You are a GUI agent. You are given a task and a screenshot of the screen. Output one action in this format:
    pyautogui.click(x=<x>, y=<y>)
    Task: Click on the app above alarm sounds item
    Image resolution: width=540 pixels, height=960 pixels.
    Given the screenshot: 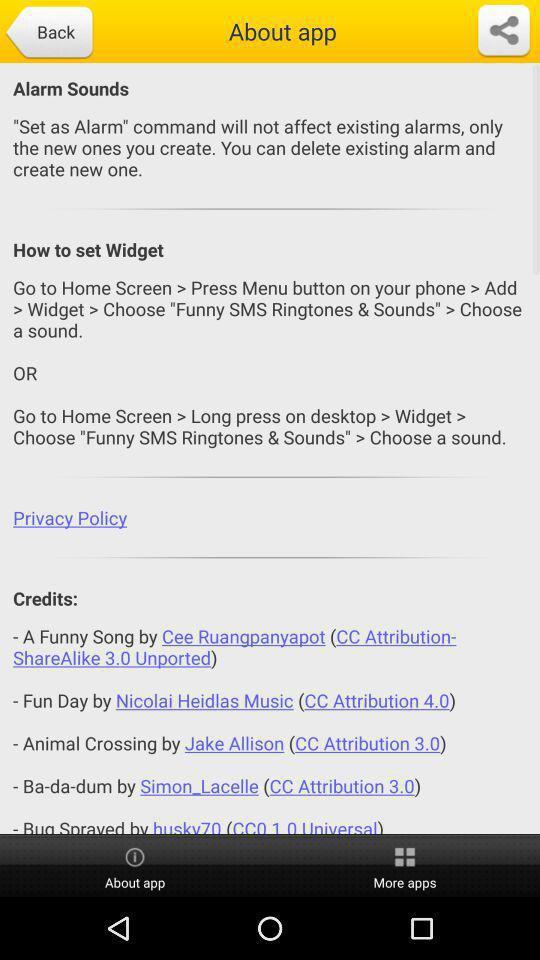 What is the action you would take?
    pyautogui.click(x=48, y=32)
    